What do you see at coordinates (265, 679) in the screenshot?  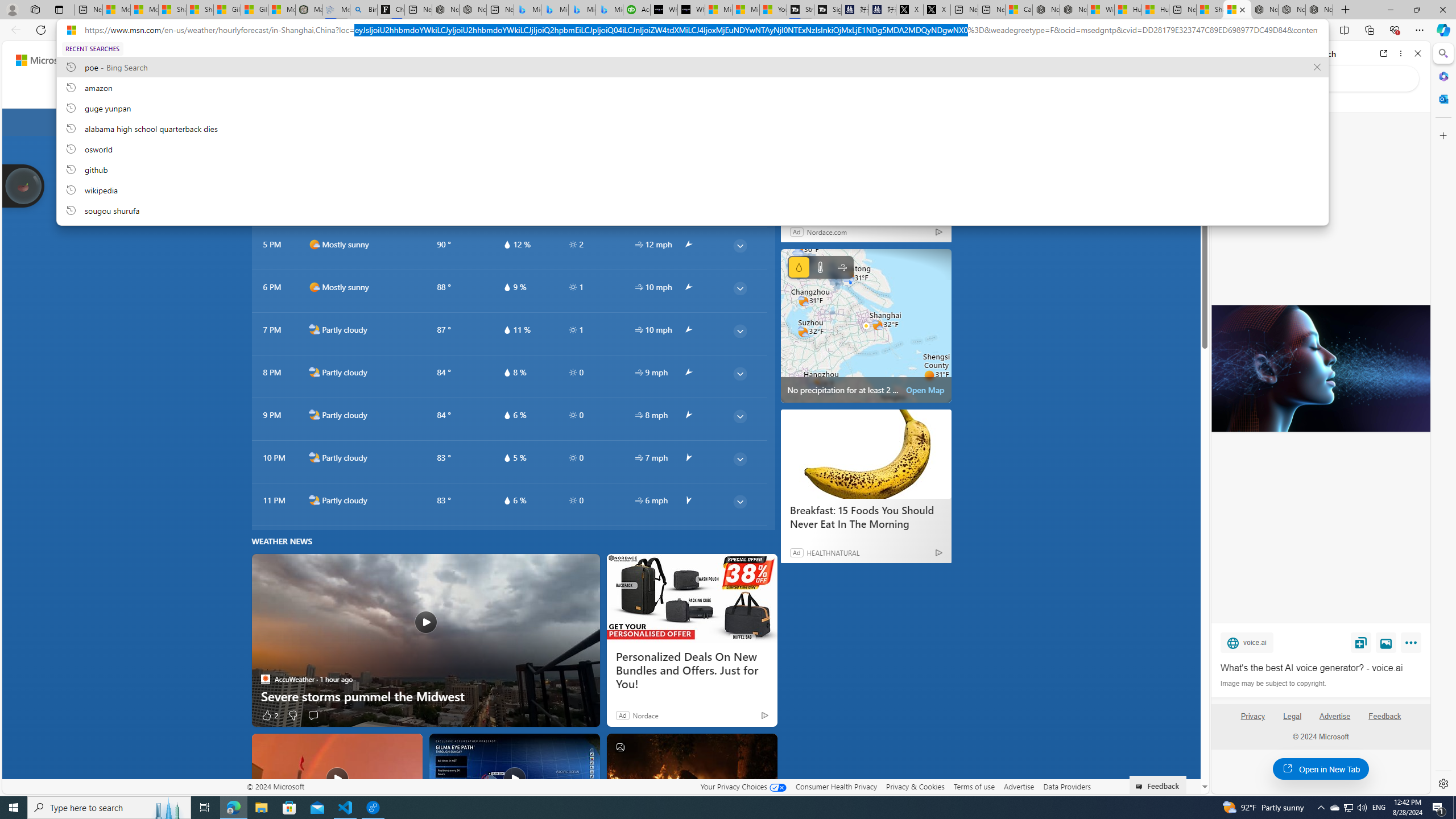 I see `'AccuWeather'` at bounding box center [265, 679].